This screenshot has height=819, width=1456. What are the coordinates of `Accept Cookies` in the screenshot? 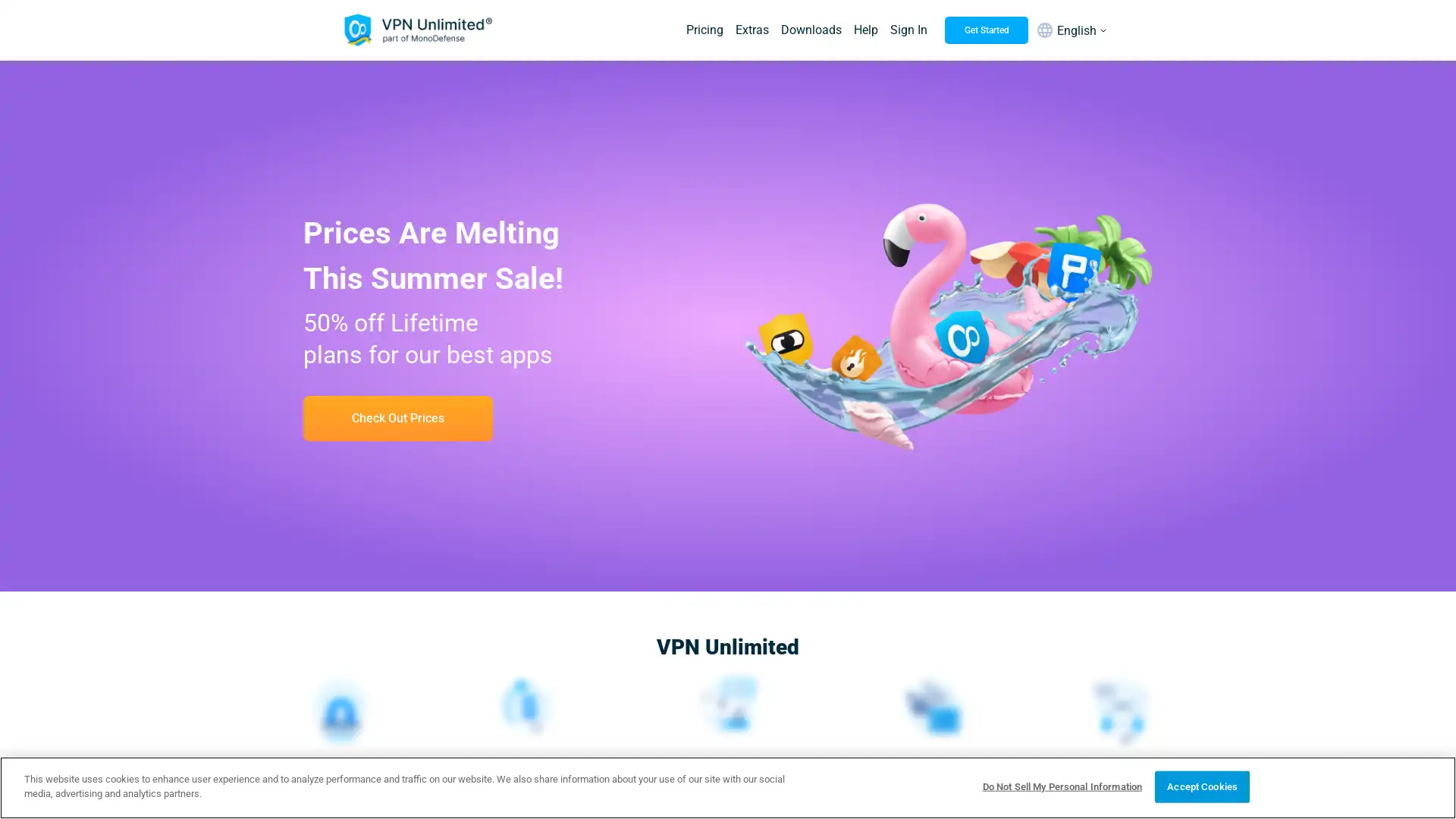 It's located at (1201, 786).